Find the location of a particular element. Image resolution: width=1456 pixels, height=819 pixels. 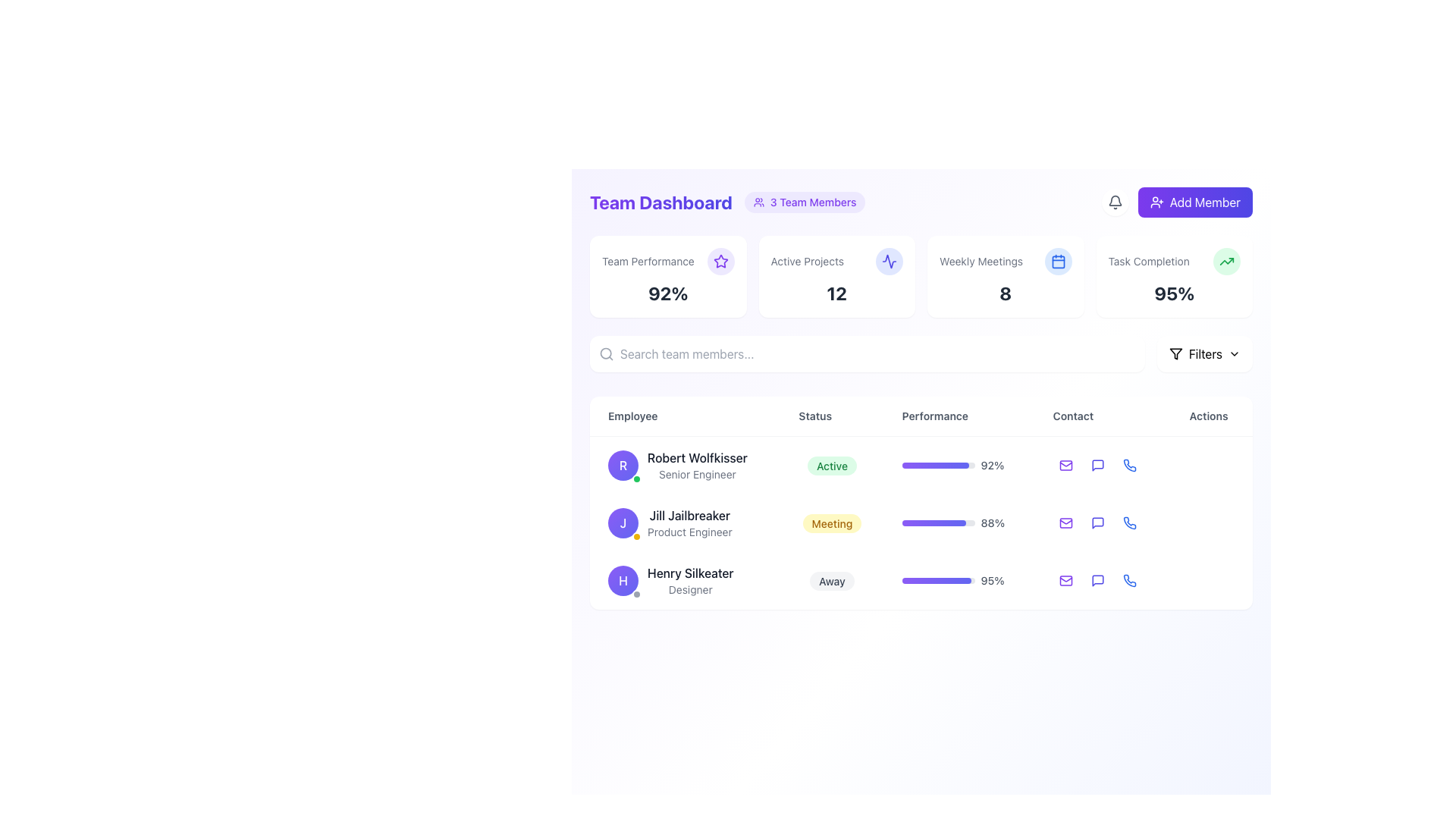

the third row in the user profile table that contains the avatar of 'H', the name 'Henry Silkeater', role 'Designer', a status indicator 'Away', a progress bar indicating '95%', and contact action icons is located at coordinates (920, 580).